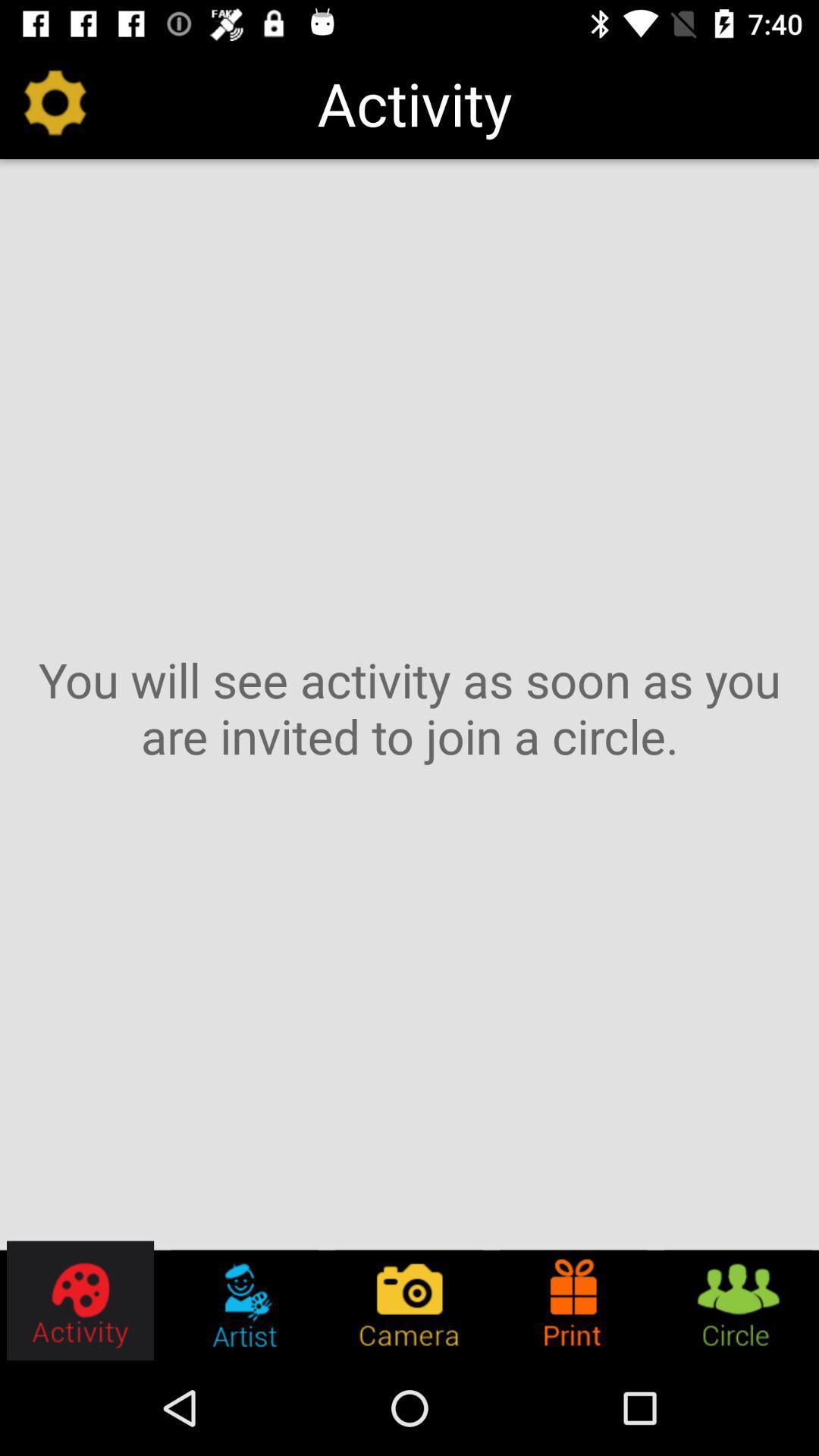 This screenshot has height=1456, width=819. I want to click on the item at the top left corner, so click(55, 102).